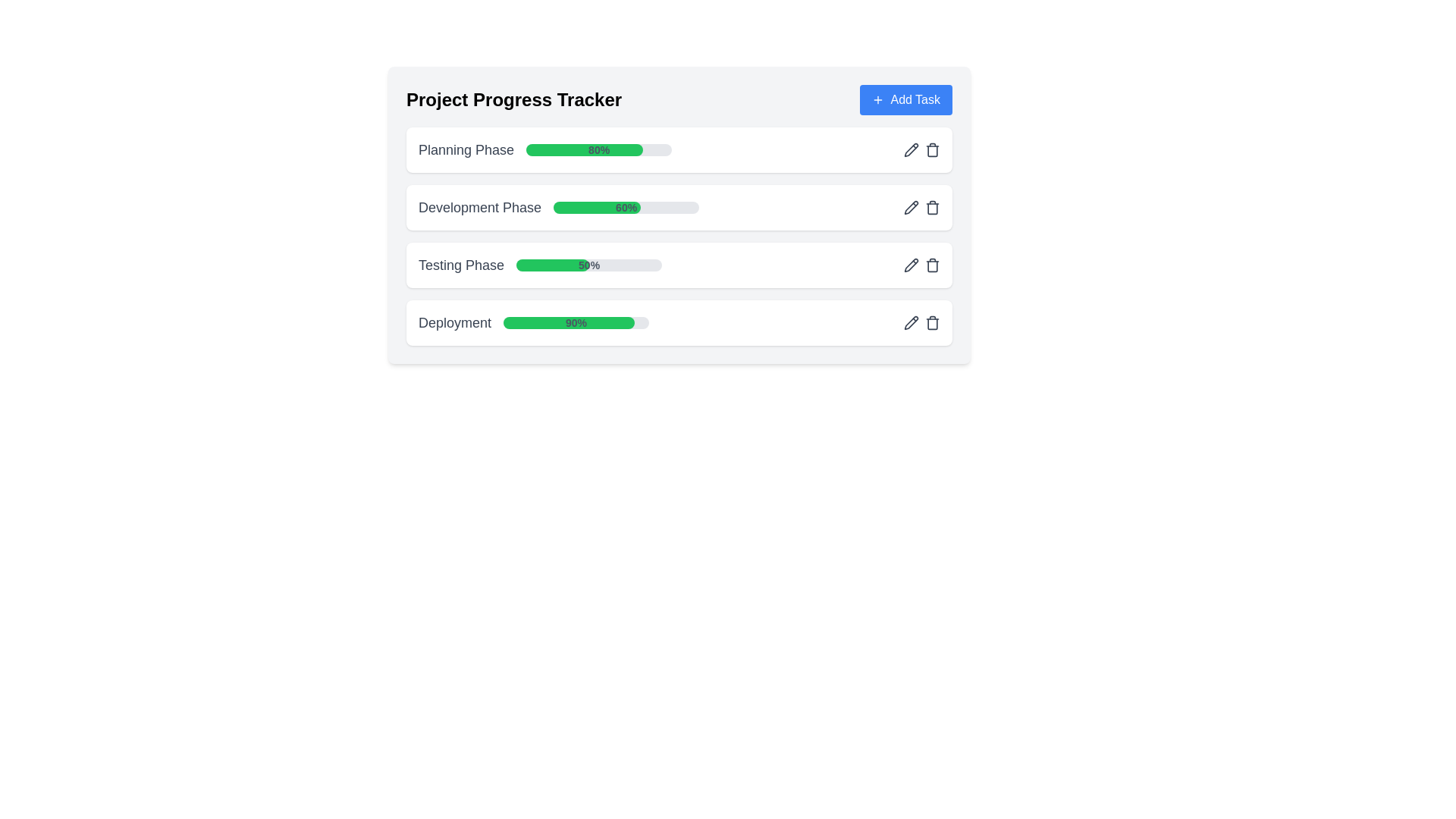  I want to click on label 'Deployment 90%' from the progress bar element that is predominantly green and indicates 90% completion, positioned at the bottom-most row of project phases, so click(534, 322).